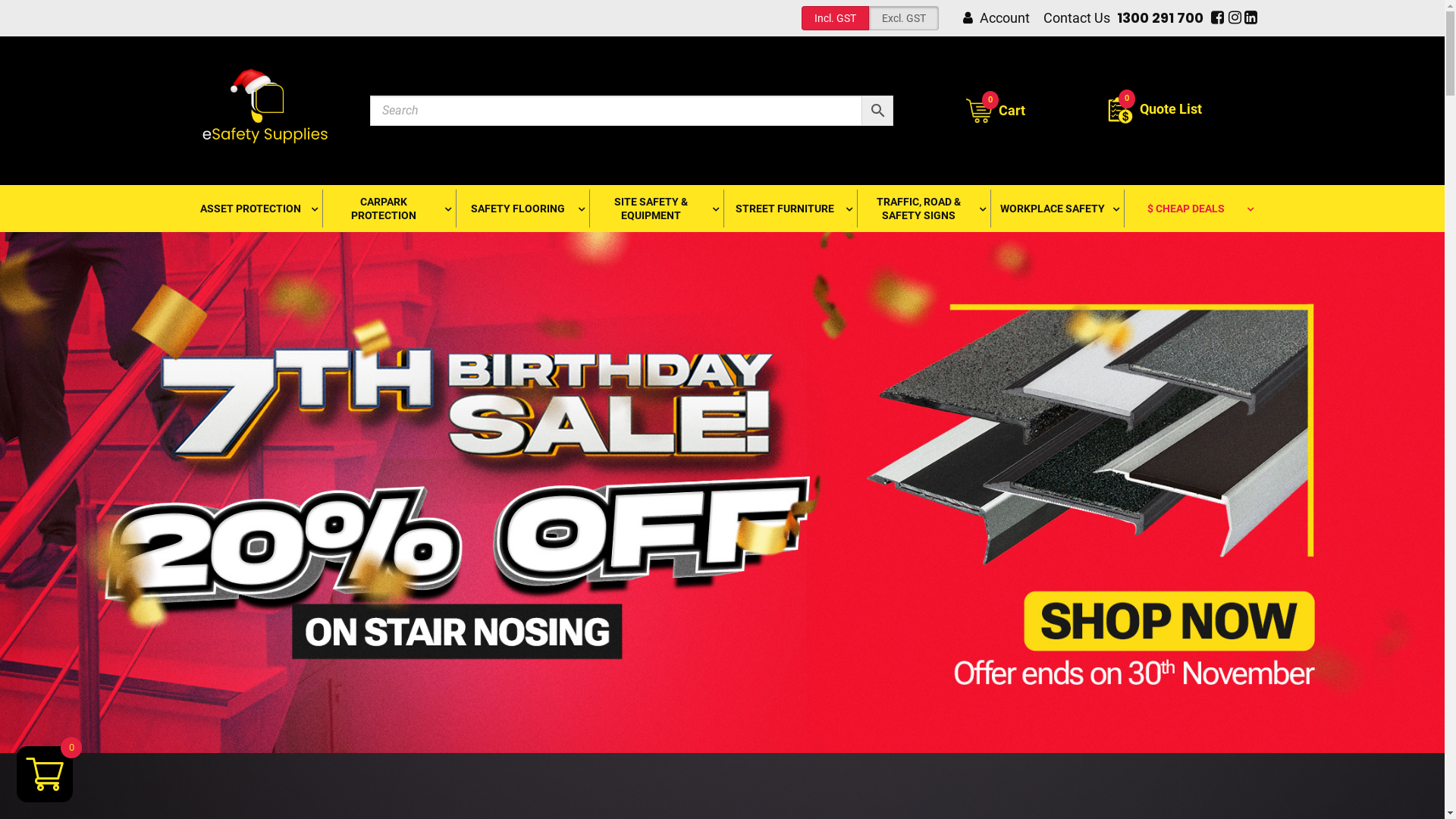  Describe the element at coordinates (1189, 208) in the screenshot. I see `'$ CHEAP DEALS'` at that location.